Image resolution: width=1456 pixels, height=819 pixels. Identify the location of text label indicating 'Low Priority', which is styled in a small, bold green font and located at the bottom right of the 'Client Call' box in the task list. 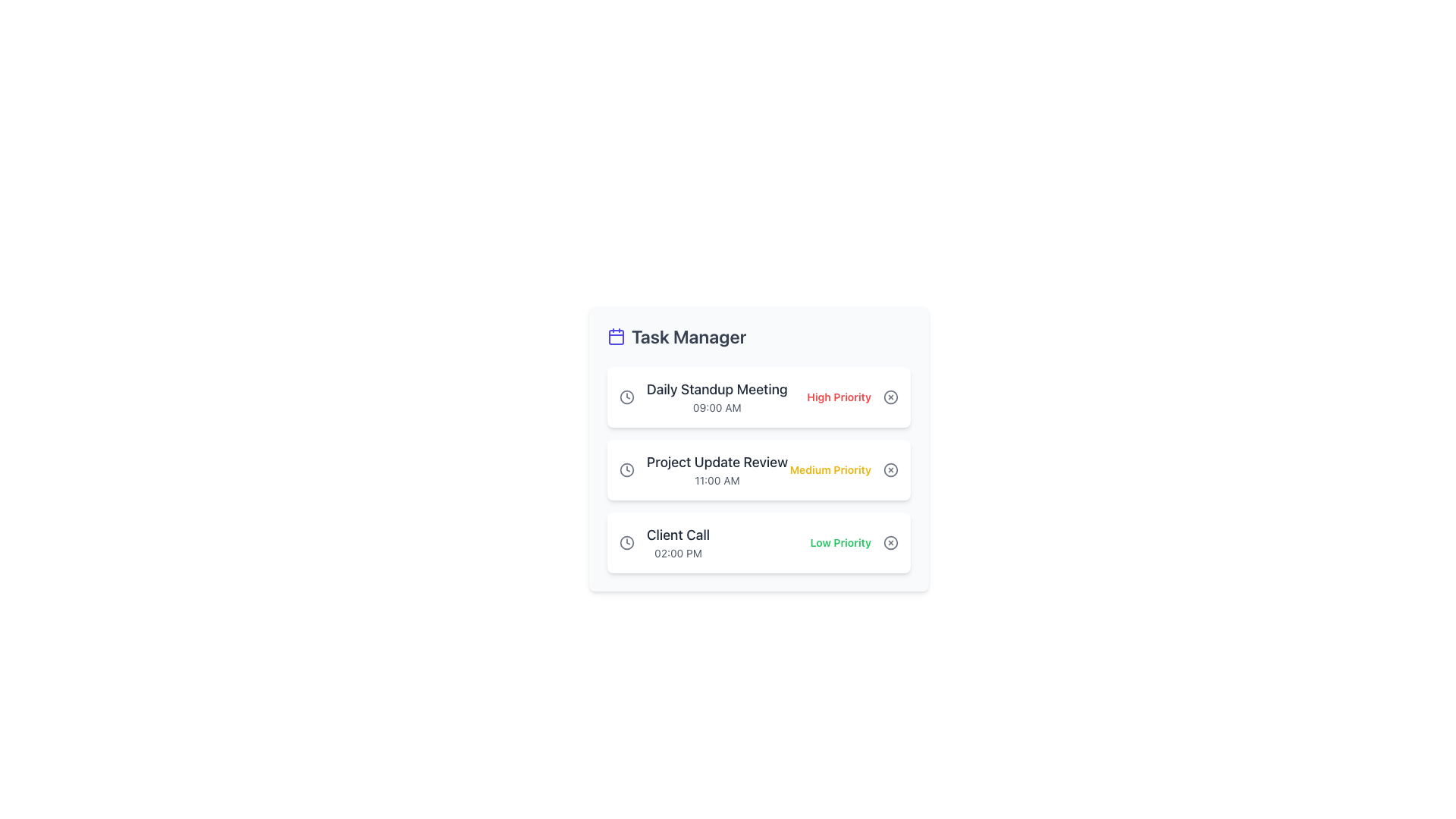
(839, 542).